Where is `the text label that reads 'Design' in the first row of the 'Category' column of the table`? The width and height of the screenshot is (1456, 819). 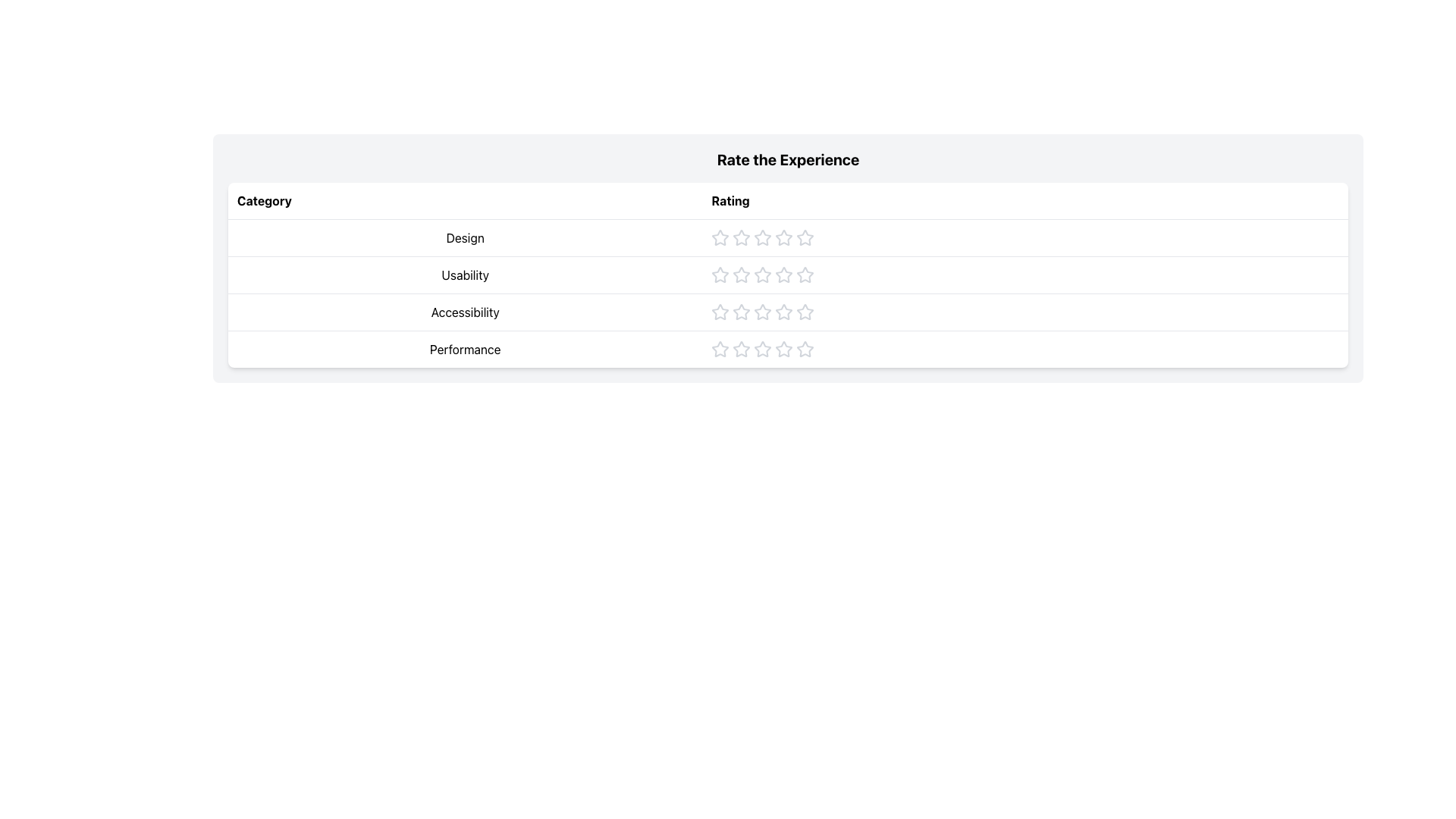
the text label that reads 'Design' in the first row of the 'Category' column of the table is located at coordinates (464, 237).